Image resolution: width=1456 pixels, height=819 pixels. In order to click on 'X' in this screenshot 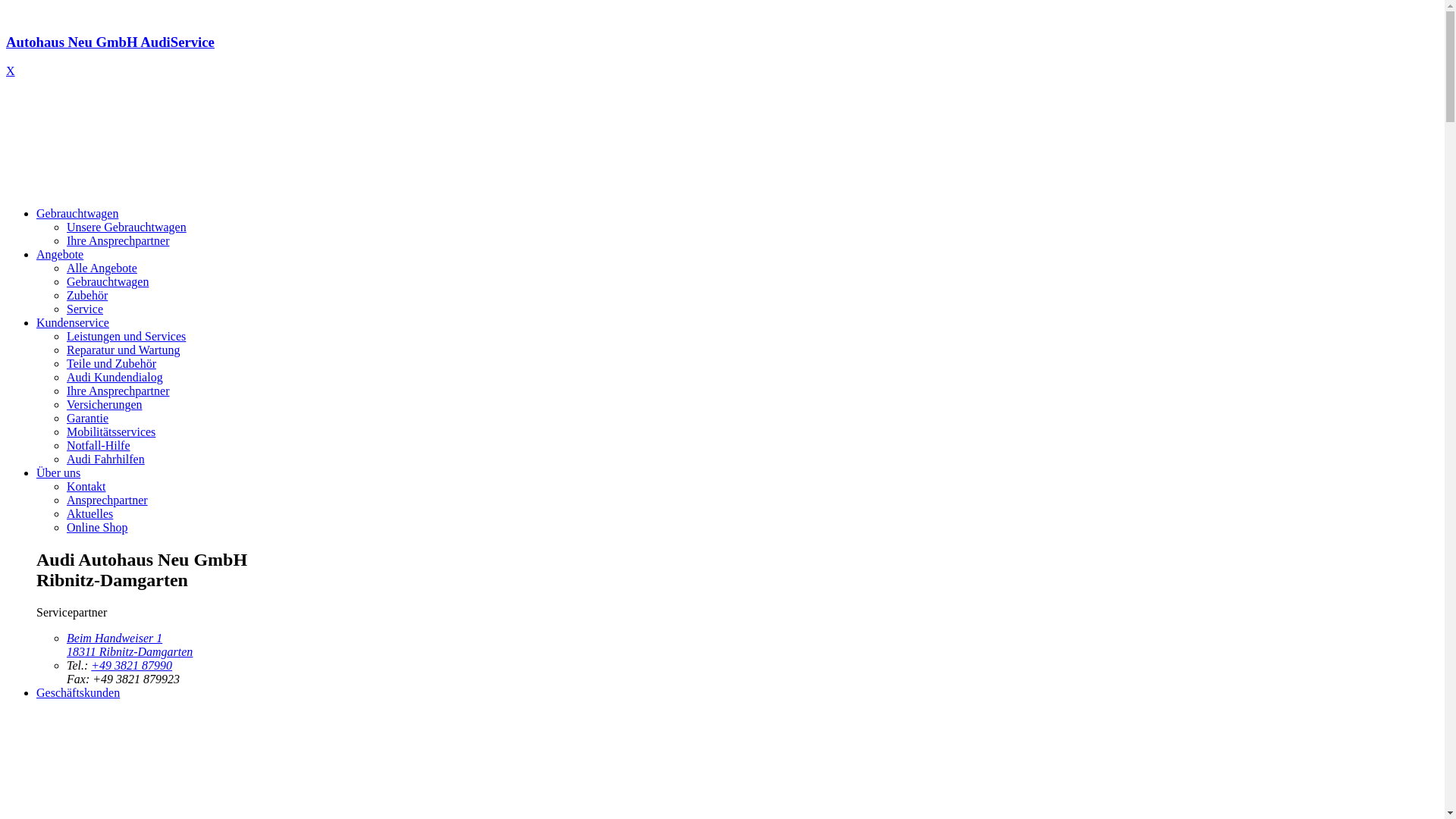, I will do `click(11, 71)`.